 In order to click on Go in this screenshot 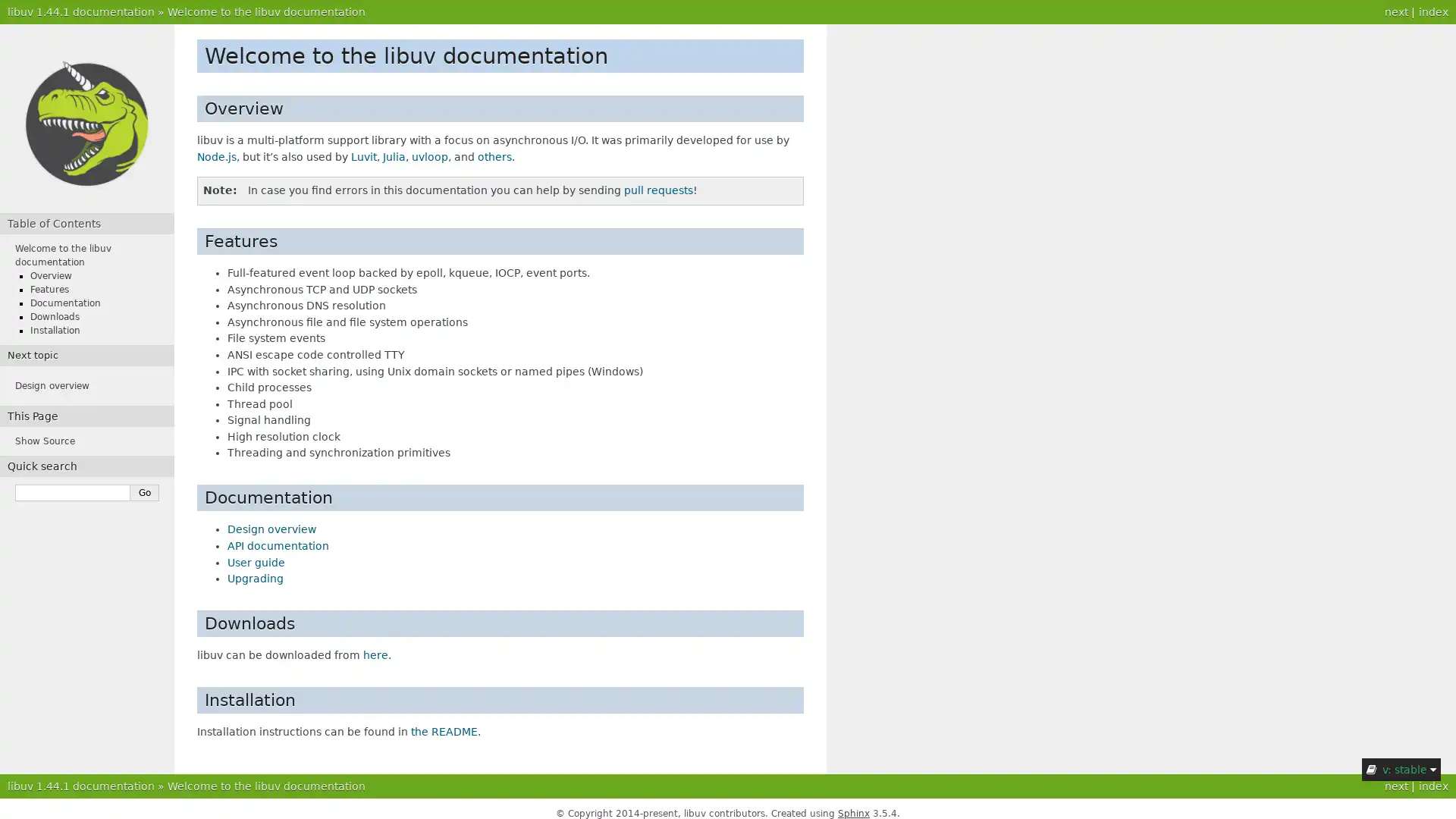, I will do `click(145, 493)`.